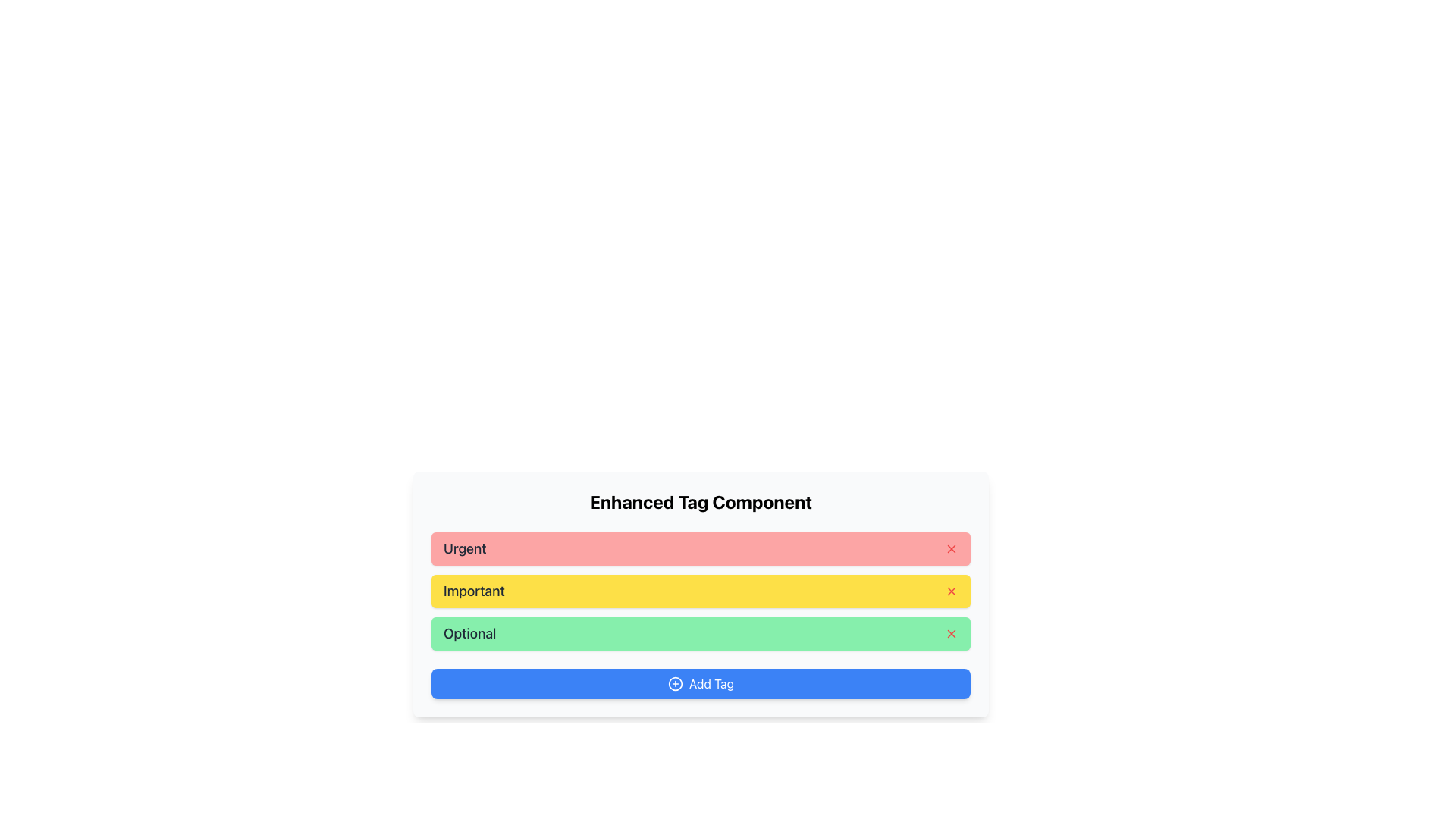  I want to click on the text label that reads 'Optional' in bold, dark gray font, so click(469, 634).